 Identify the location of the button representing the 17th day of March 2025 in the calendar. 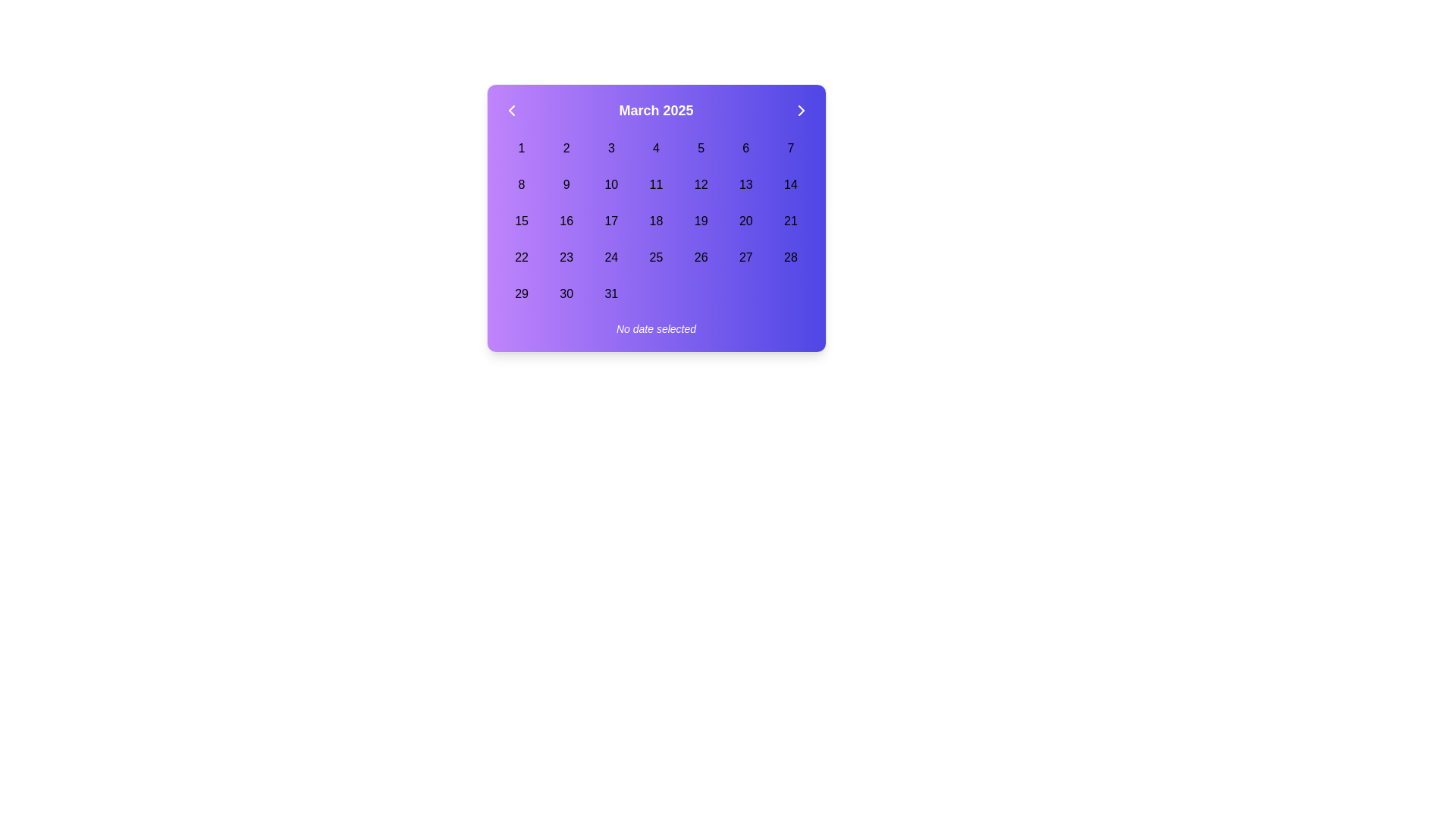
(611, 221).